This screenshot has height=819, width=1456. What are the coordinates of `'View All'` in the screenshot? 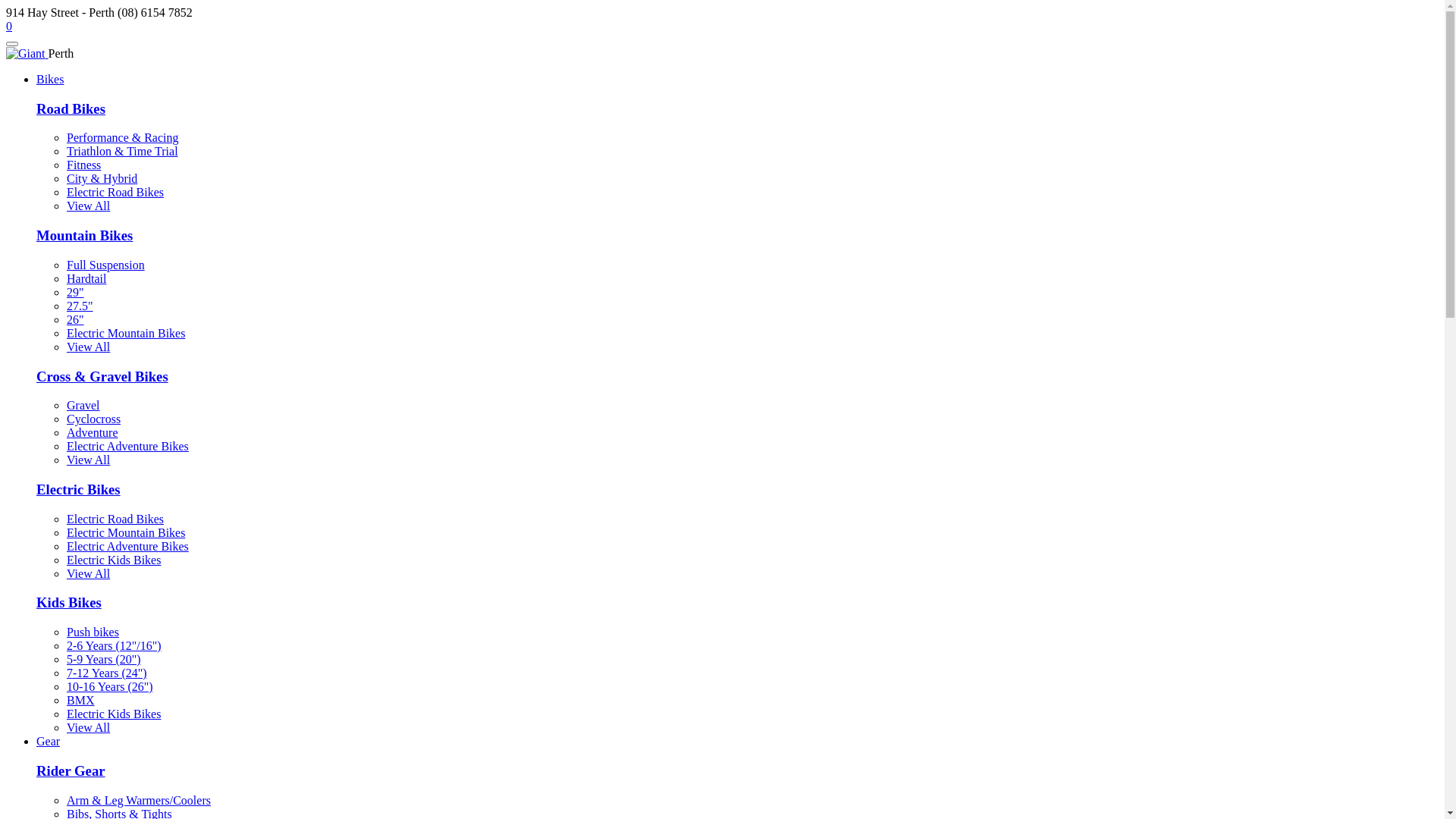 It's located at (87, 347).